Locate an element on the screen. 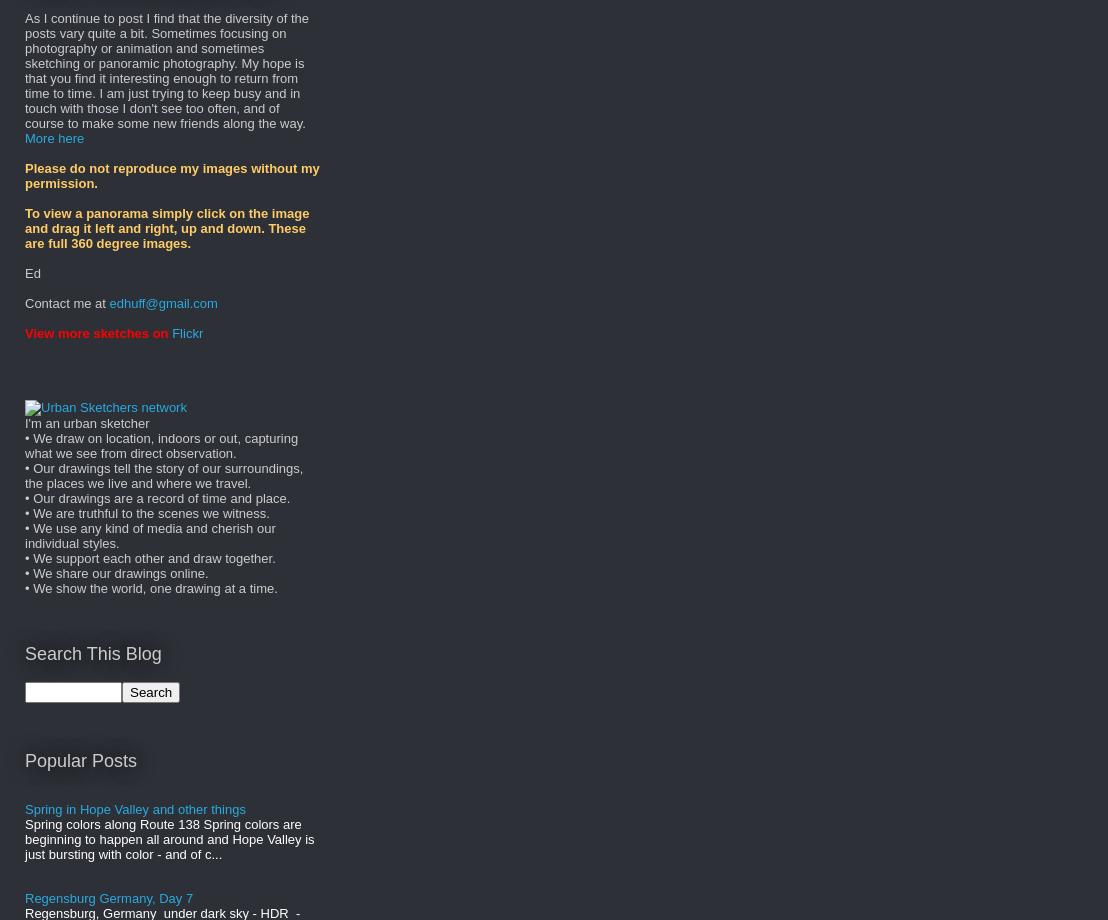 This screenshot has height=920, width=1108. 'As I continue to post I find that the diversity of the posts vary quite a bit. Sometimes focusing on photography or animation and sometimes sketching or panoramic photography. My hope is that you find it interesting enough to return from time to time. I am just trying to keep busy and in touch with those I don't see too often, and of course to make some new friends along the way.' is located at coordinates (165, 71).